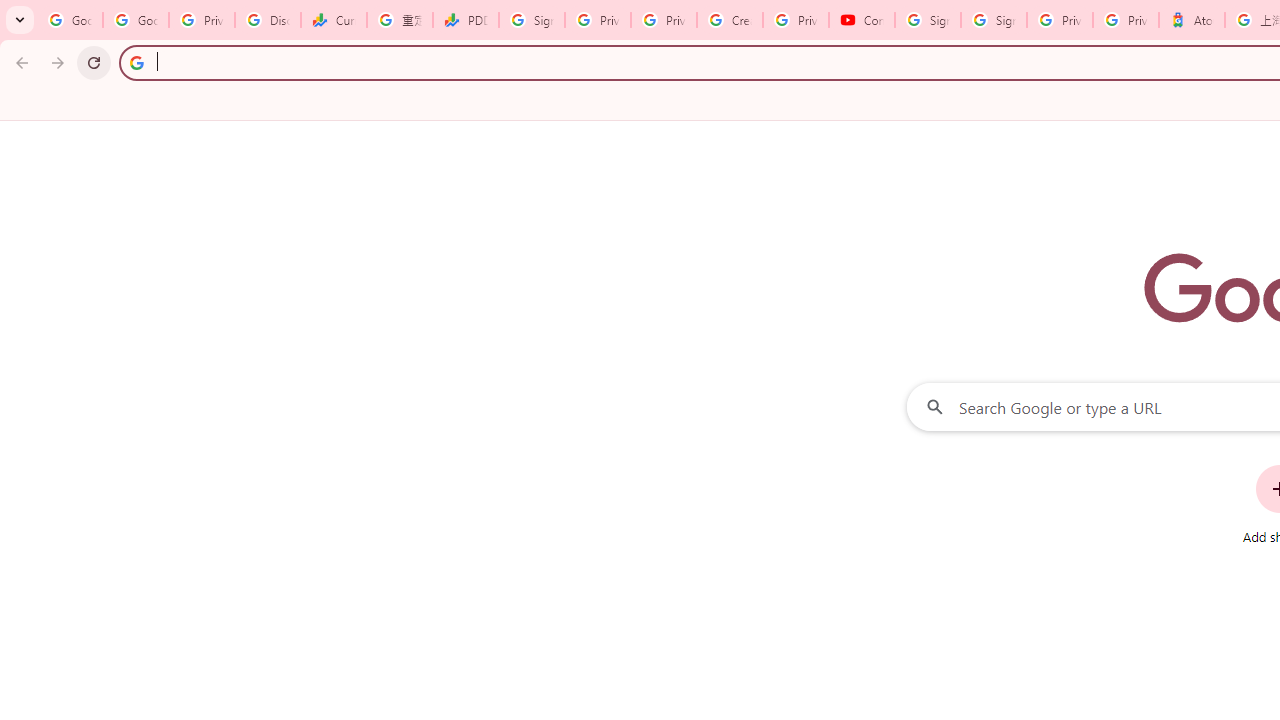  I want to click on 'Currencies - Google Finance', so click(334, 20).